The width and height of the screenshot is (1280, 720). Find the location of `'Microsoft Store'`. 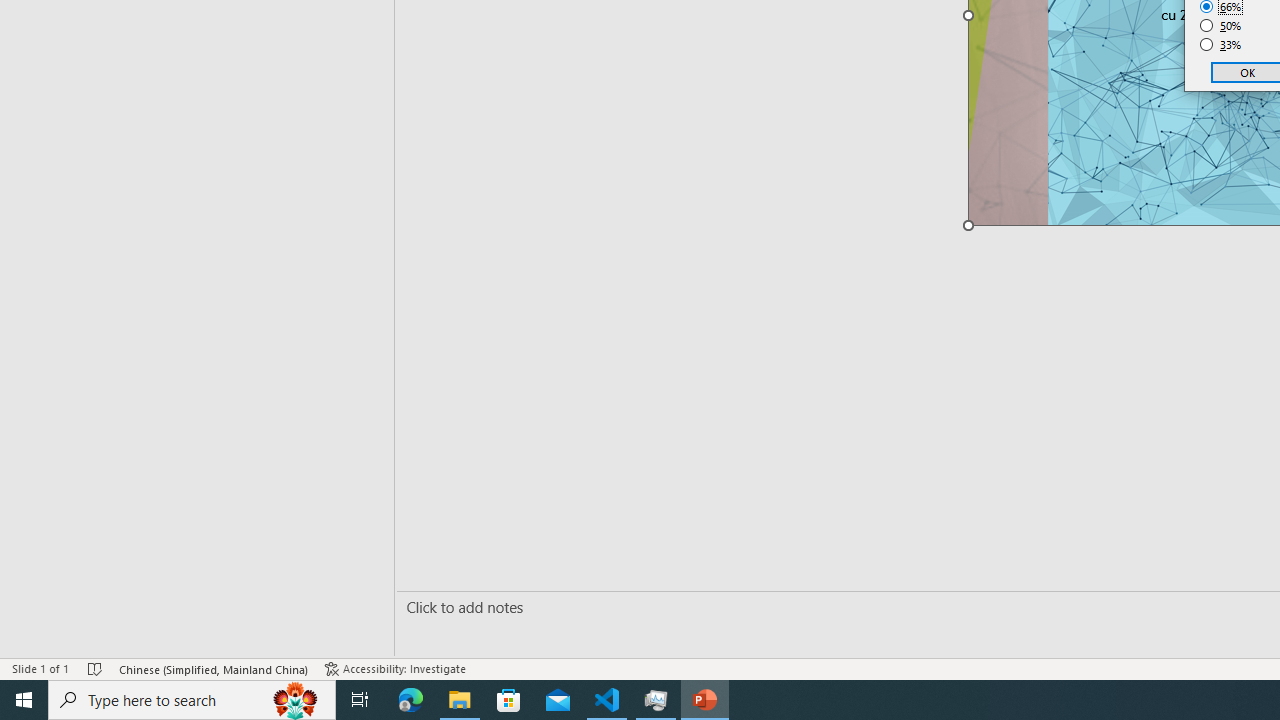

'Microsoft Store' is located at coordinates (509, 698).